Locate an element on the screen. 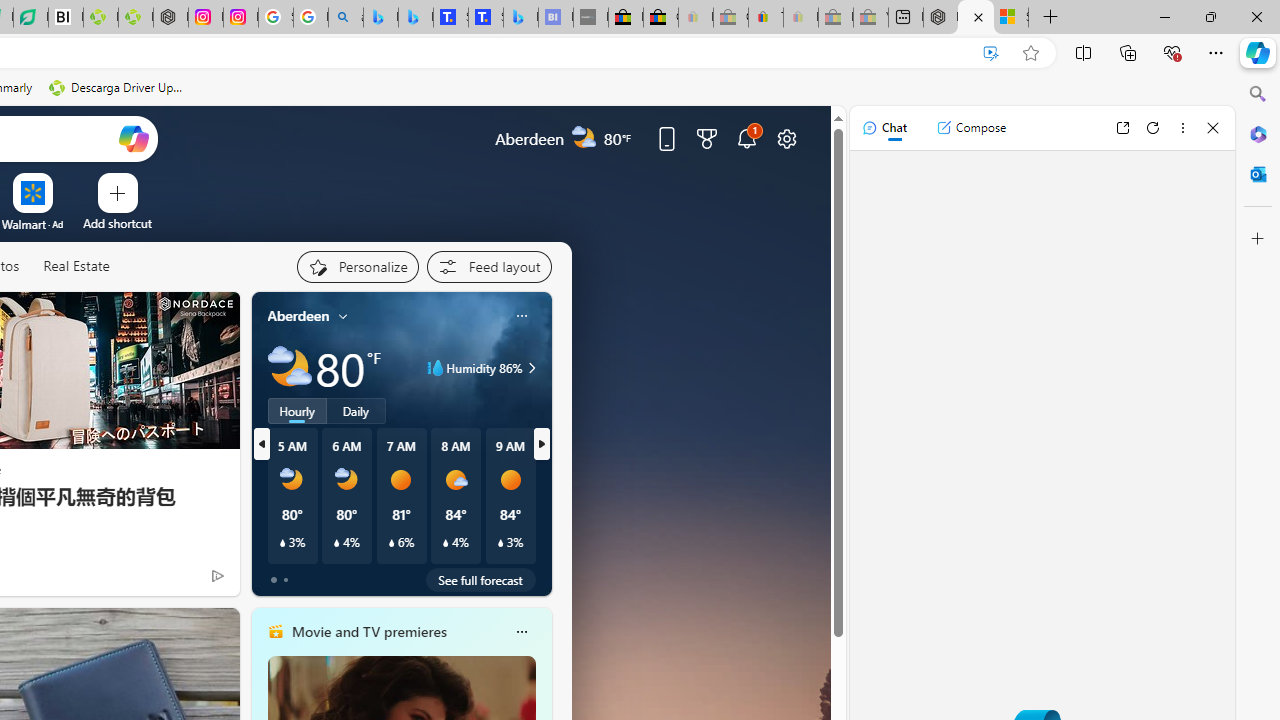 This screenshot has height=720, width=1280. 'Press Room - eBay Inc. - Sleeping' is located at coordinates (835, 17).